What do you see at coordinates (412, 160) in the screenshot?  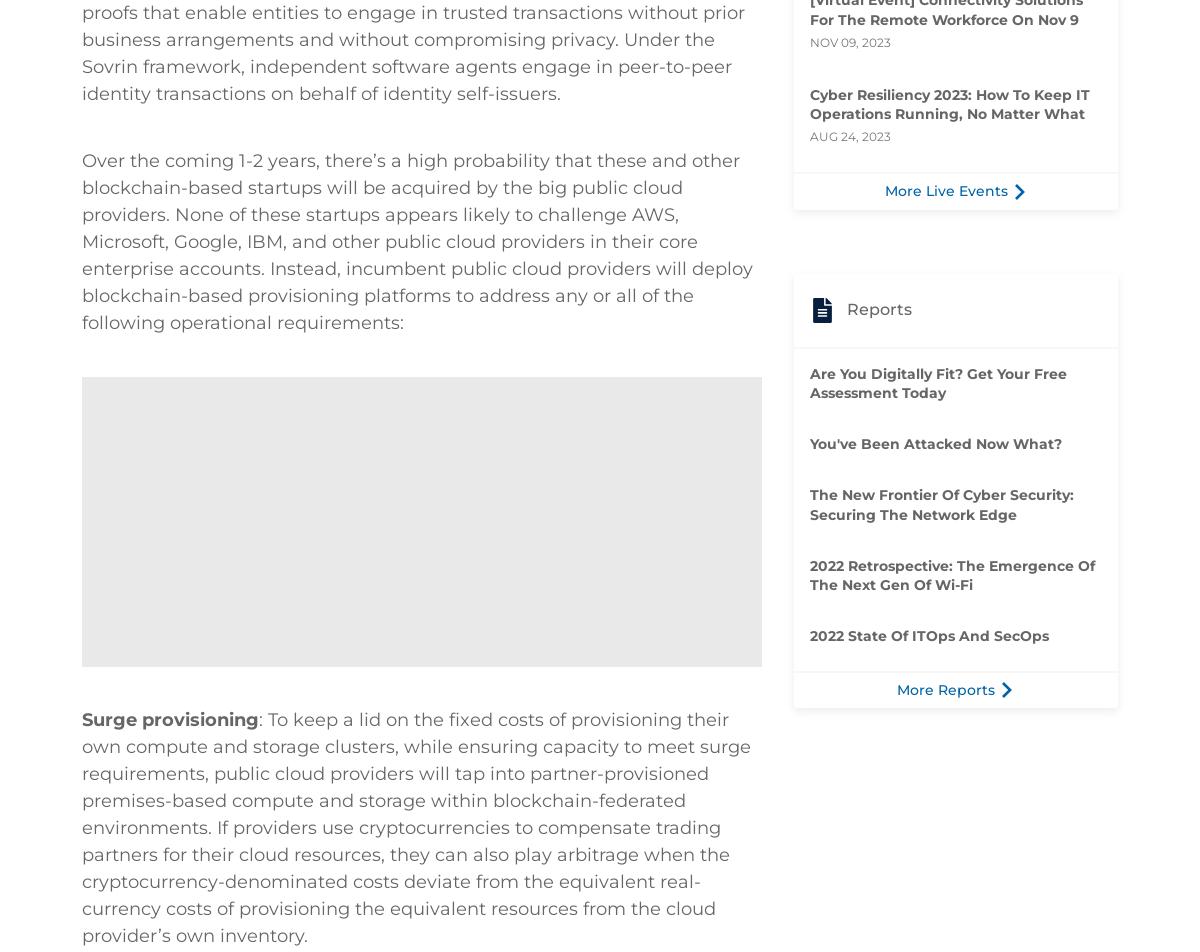 I see `': Traditional cloud services require that users register with the service provider and thereby allow that company to manage one’s digital identities and credentials. However,'` at bounding box center [412, 160].